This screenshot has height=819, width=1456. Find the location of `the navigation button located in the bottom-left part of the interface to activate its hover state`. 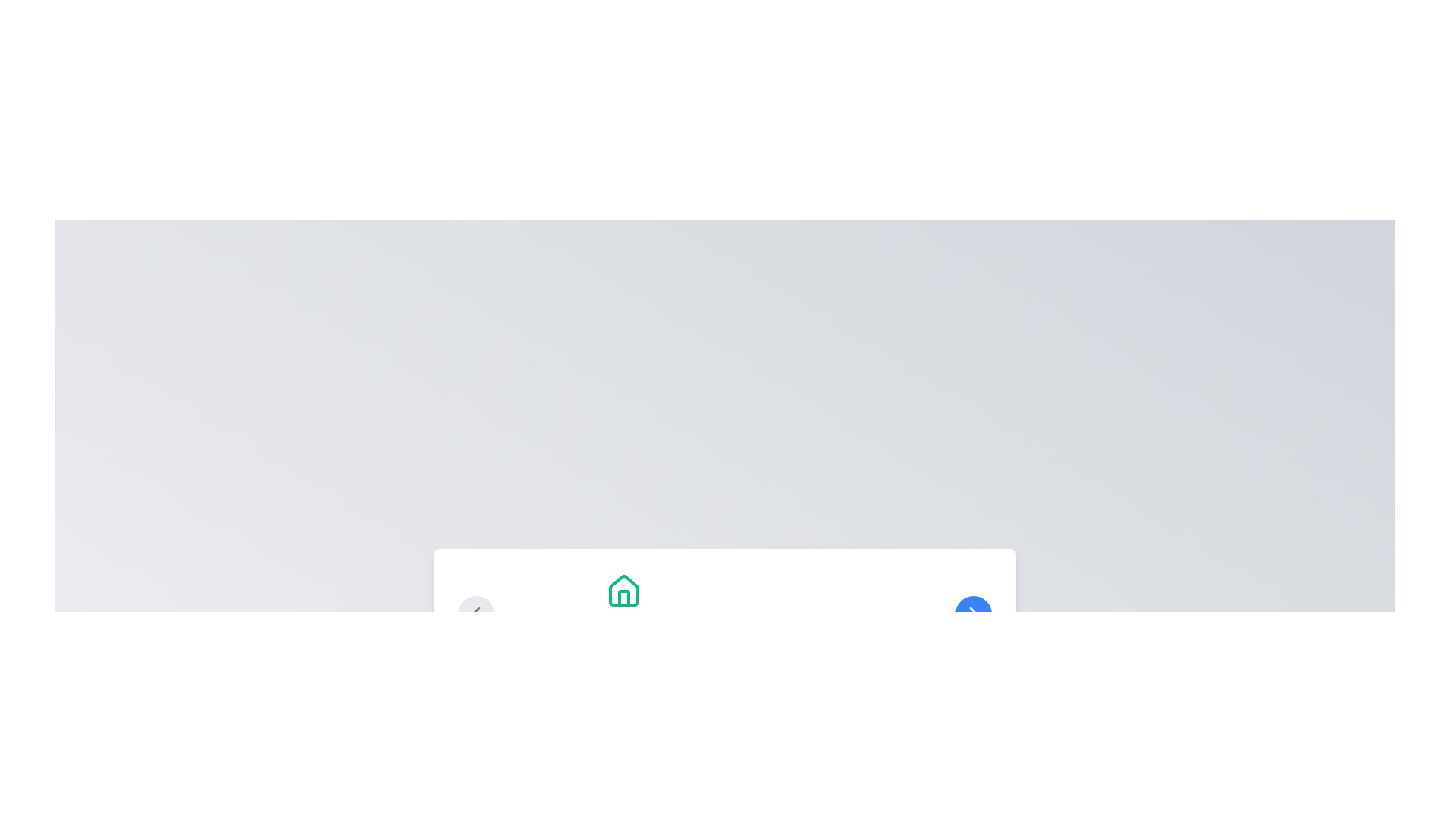

the navigation button located in the bottom-left part of the interface to activate its hover state is located at coordinates (475, 614).